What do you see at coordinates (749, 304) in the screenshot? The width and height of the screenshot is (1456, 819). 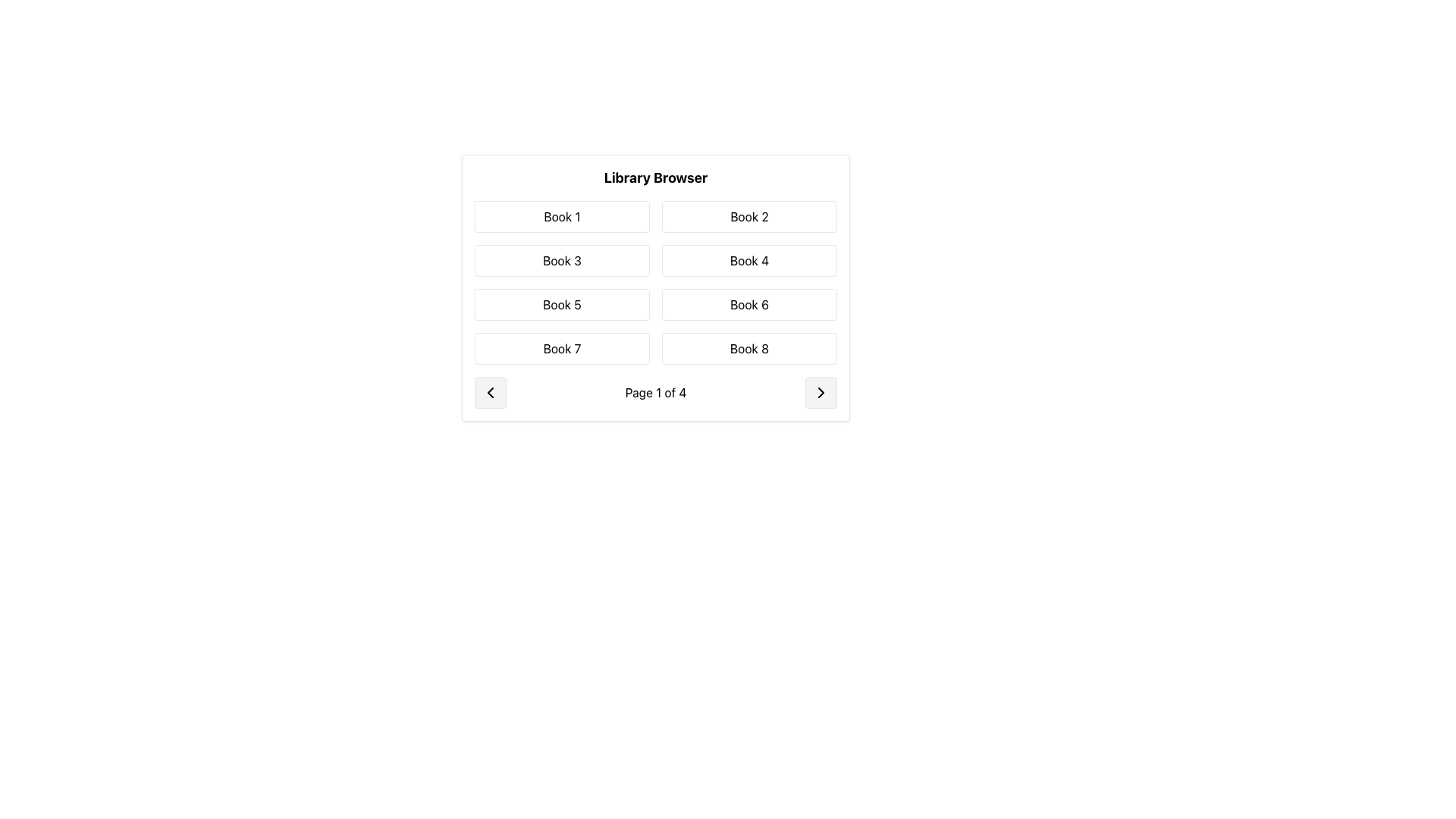 I see `the 'Book 6' button, which is a rectangular button with rounded corners, styled with borders and padding, located in the third row and second column of the grid layout` at bounding box center [749, 304].